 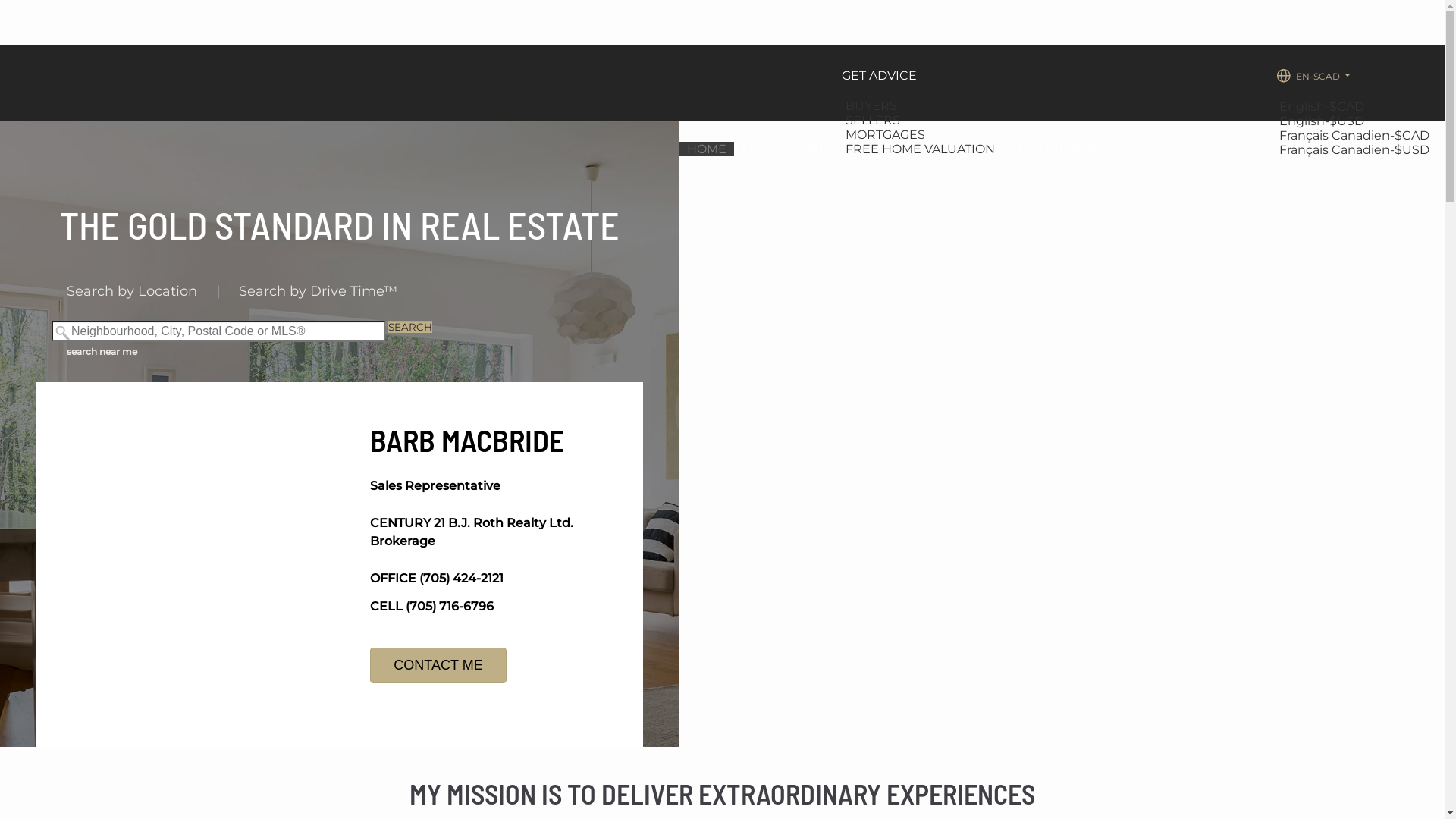 What do you see at coordinates (1323, 105) in the screenshot?
I see `'English-$CAD'` at bounding box center [1323, 105].